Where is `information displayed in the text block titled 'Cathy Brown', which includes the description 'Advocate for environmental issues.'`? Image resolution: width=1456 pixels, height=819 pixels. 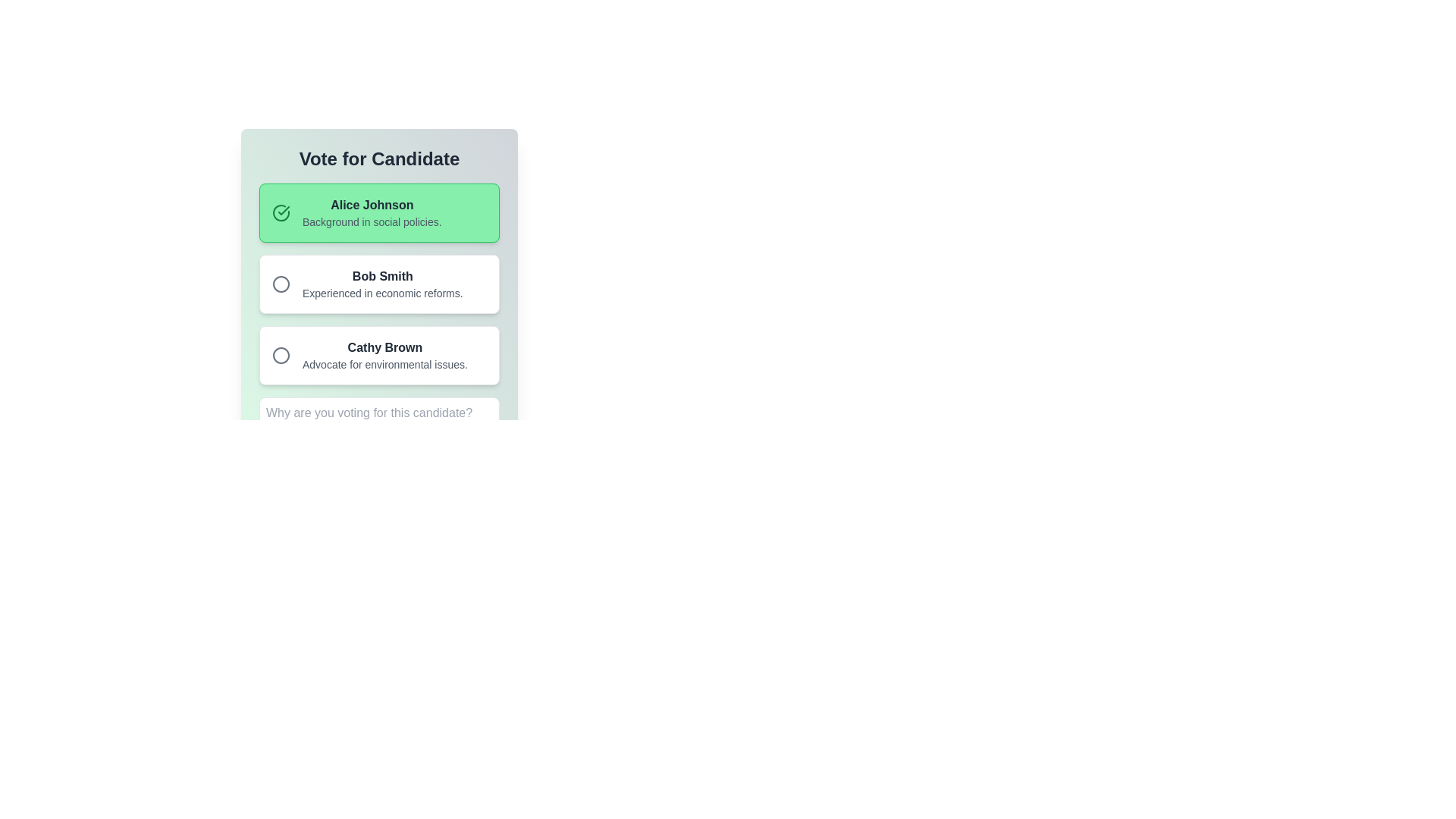 information displayed in the text block titled 'Cathy Brown', which includes the description 'Advocate for environmental issues.' is located at coordinates (385, 356).